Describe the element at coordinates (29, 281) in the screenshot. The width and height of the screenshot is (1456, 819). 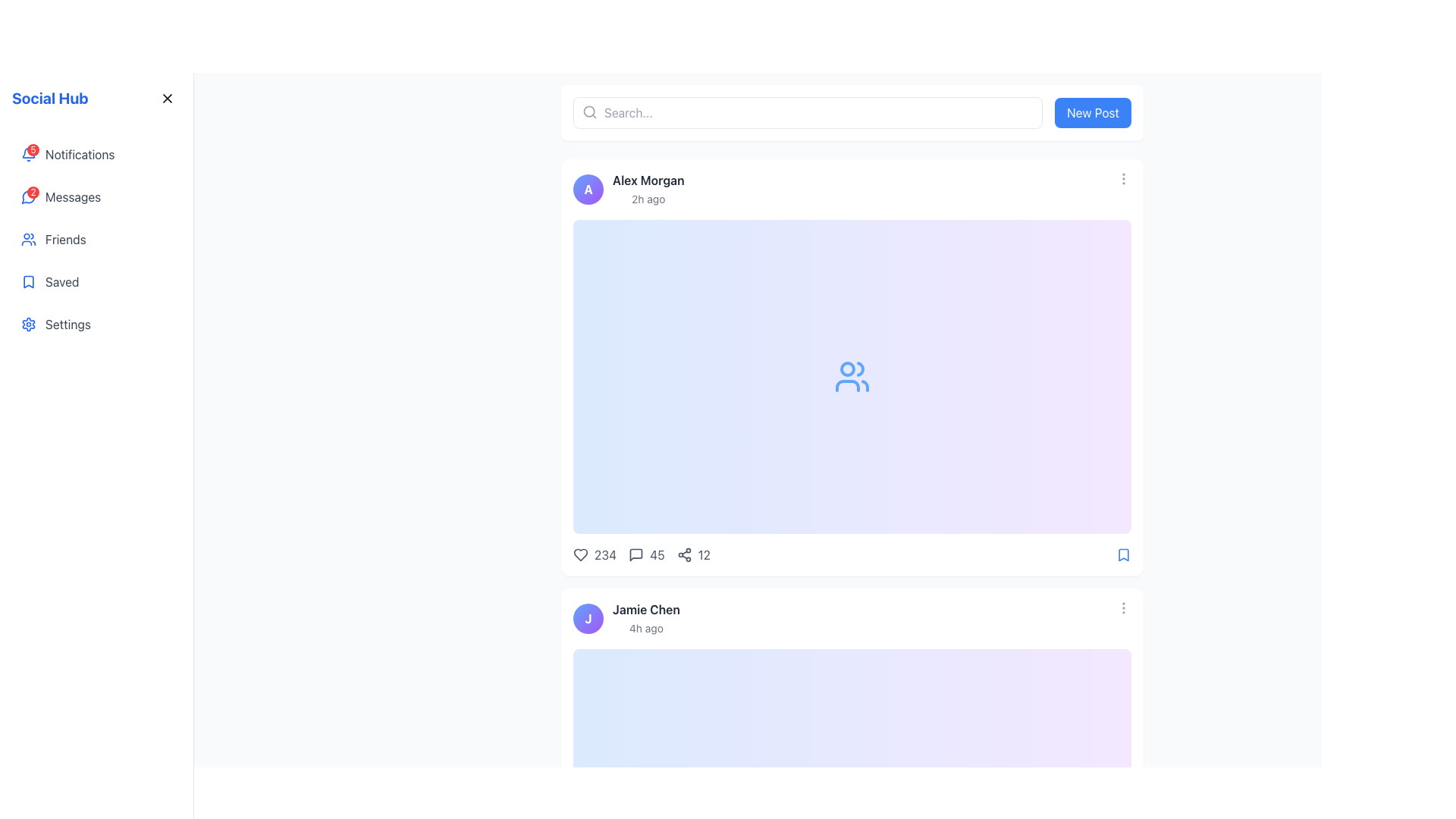
I see `the 'Saved' category icon in the sidebar menu, which is located adjacent to the 'Saved' text label, between the 'Friends' and 'Settings' options` at that location.